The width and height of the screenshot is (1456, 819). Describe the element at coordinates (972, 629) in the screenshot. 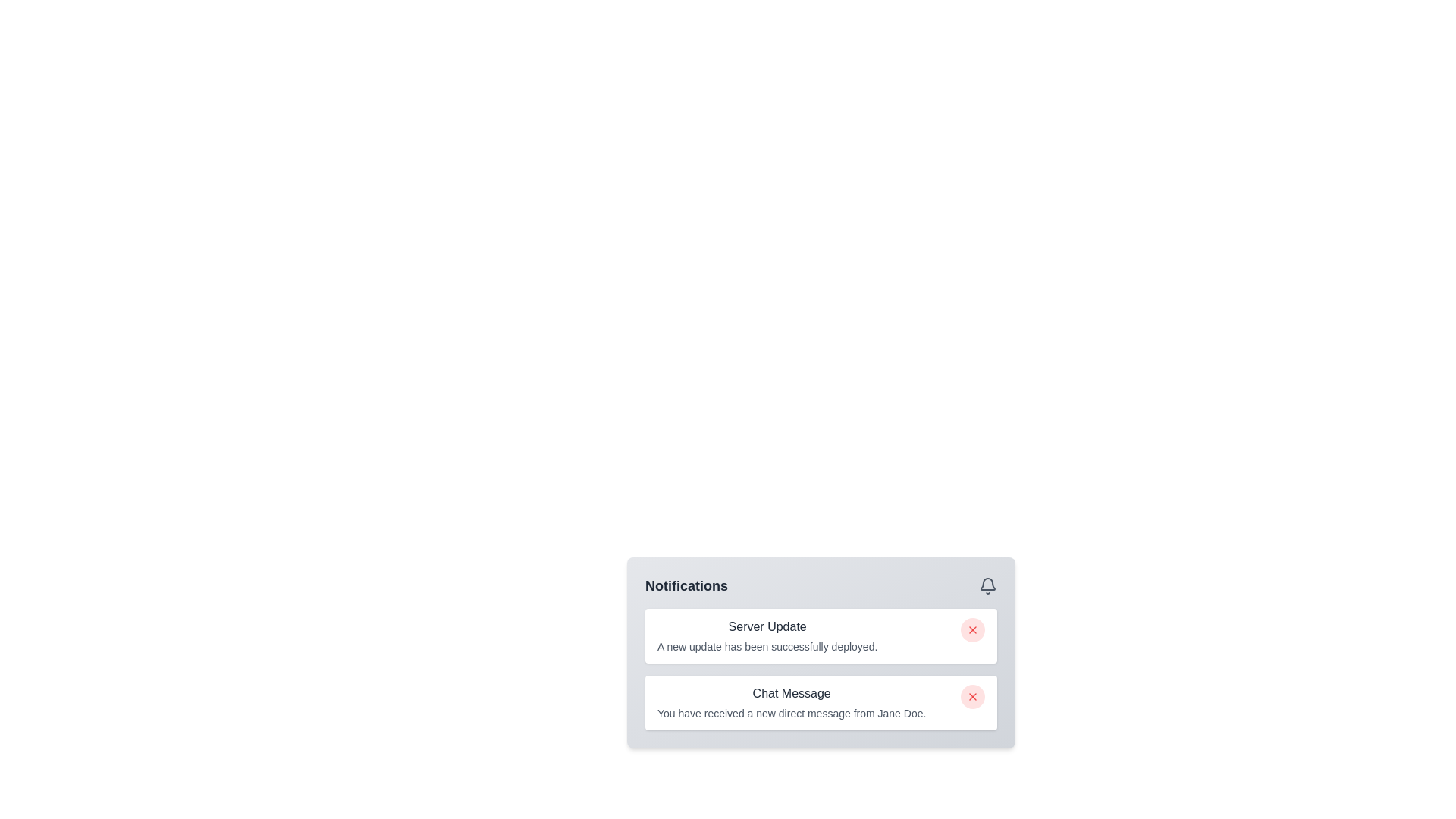

I see `the close button located in the top-right corner of the 'Server Update' notification` at that location.